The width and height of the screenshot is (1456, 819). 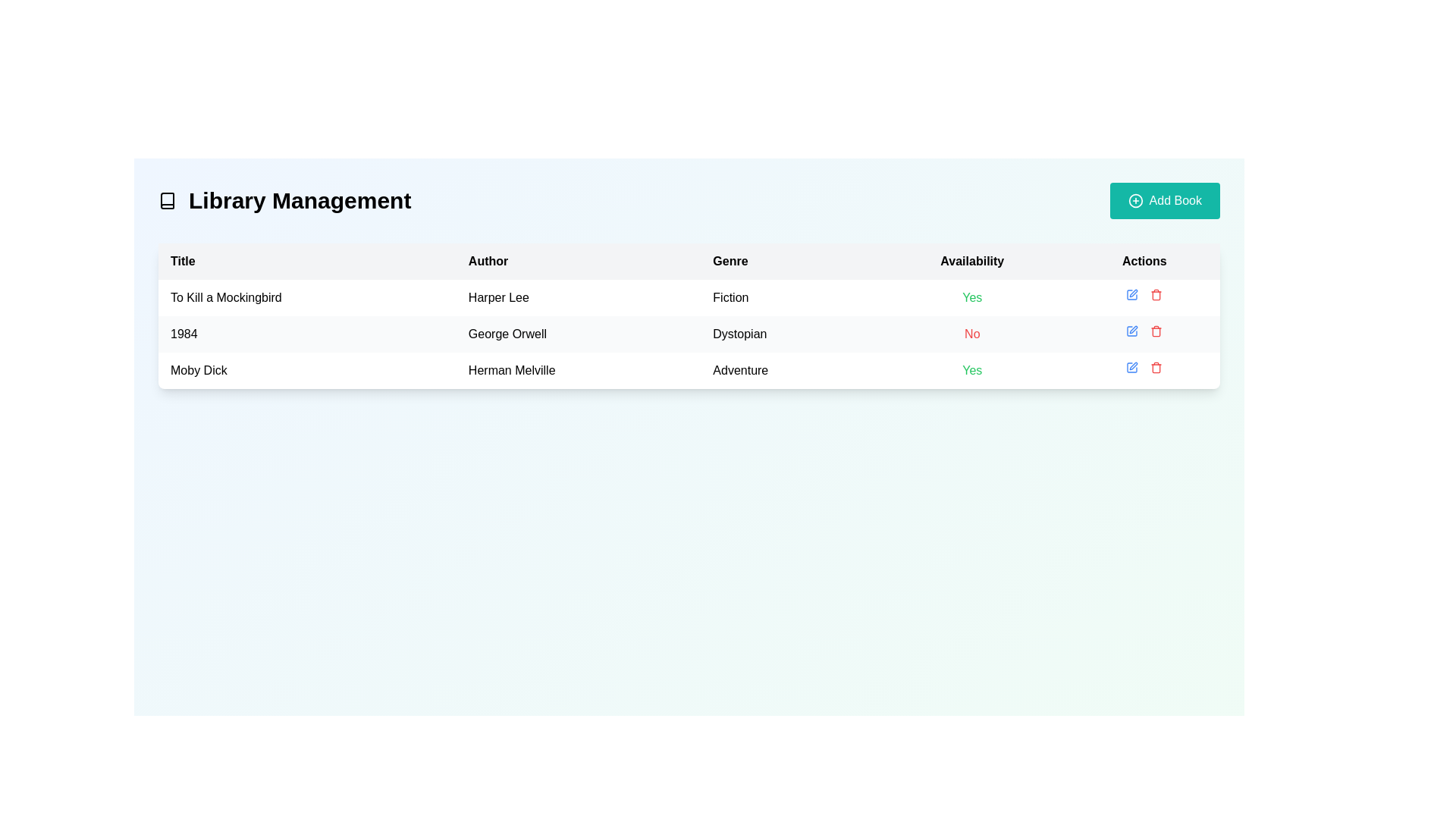 I want to click on the text label indicating the unavailability status of an item in the second row of the 'Availability' column in the table, so click(x=972, y=333).